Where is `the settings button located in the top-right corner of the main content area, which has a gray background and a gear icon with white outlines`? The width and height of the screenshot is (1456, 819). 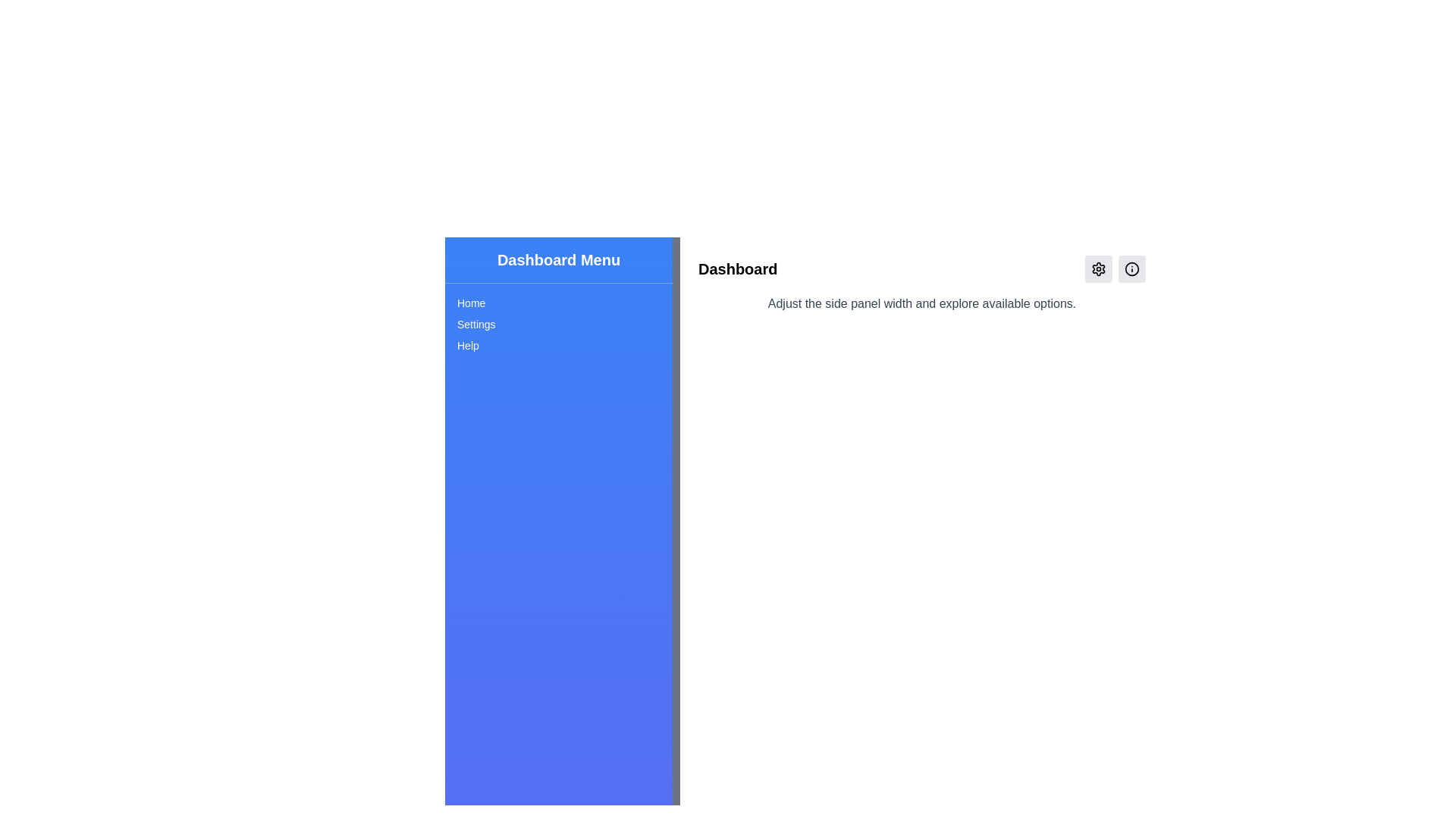
the settings button located in the top-right corner of the main content area, which has a gray background and a gear icon with white outlines is located at coordinates (1099, 268).